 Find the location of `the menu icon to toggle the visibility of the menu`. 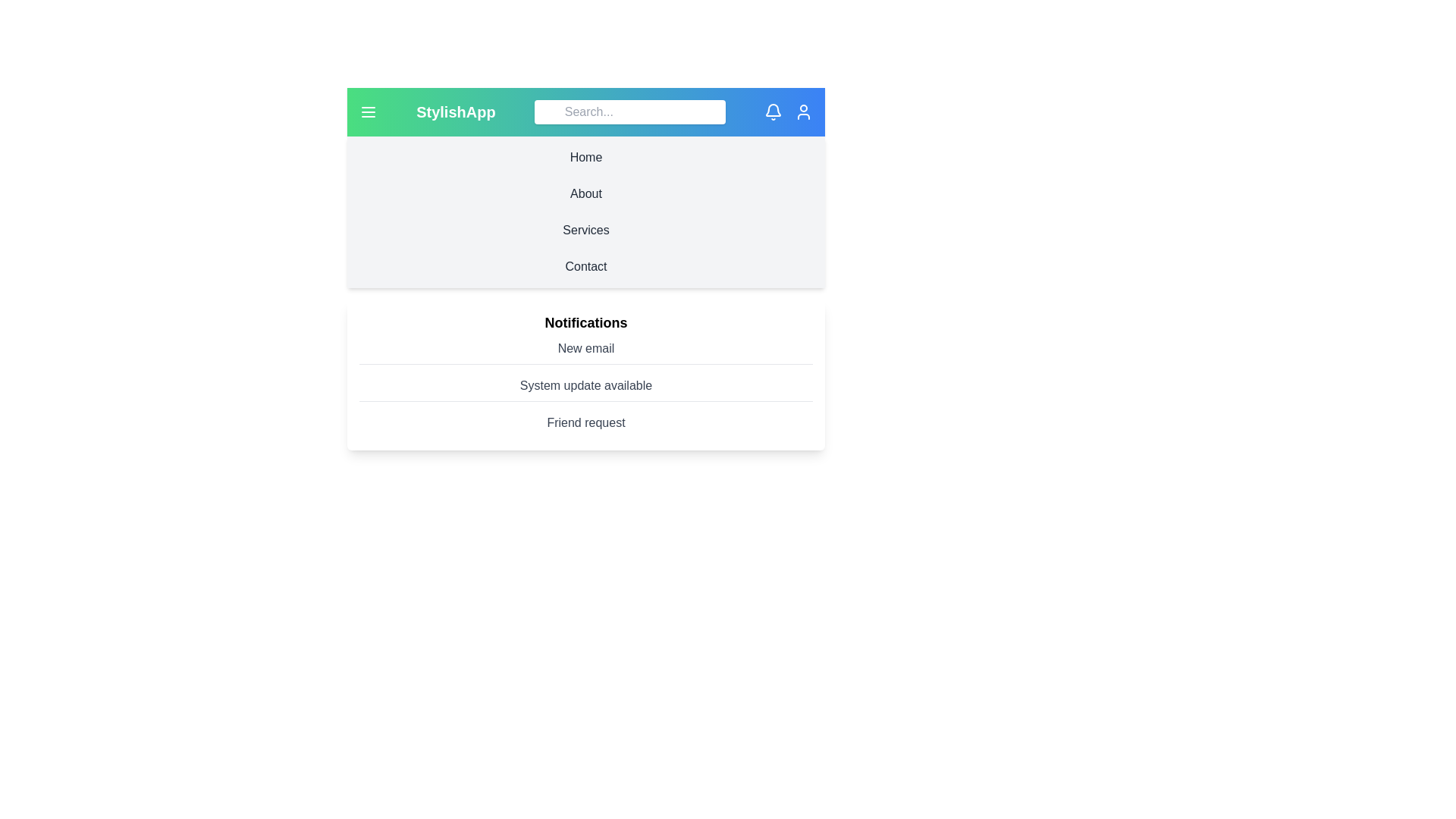

the menu icon to toggle the visibility of the menu is located at coordinates (368, 111).